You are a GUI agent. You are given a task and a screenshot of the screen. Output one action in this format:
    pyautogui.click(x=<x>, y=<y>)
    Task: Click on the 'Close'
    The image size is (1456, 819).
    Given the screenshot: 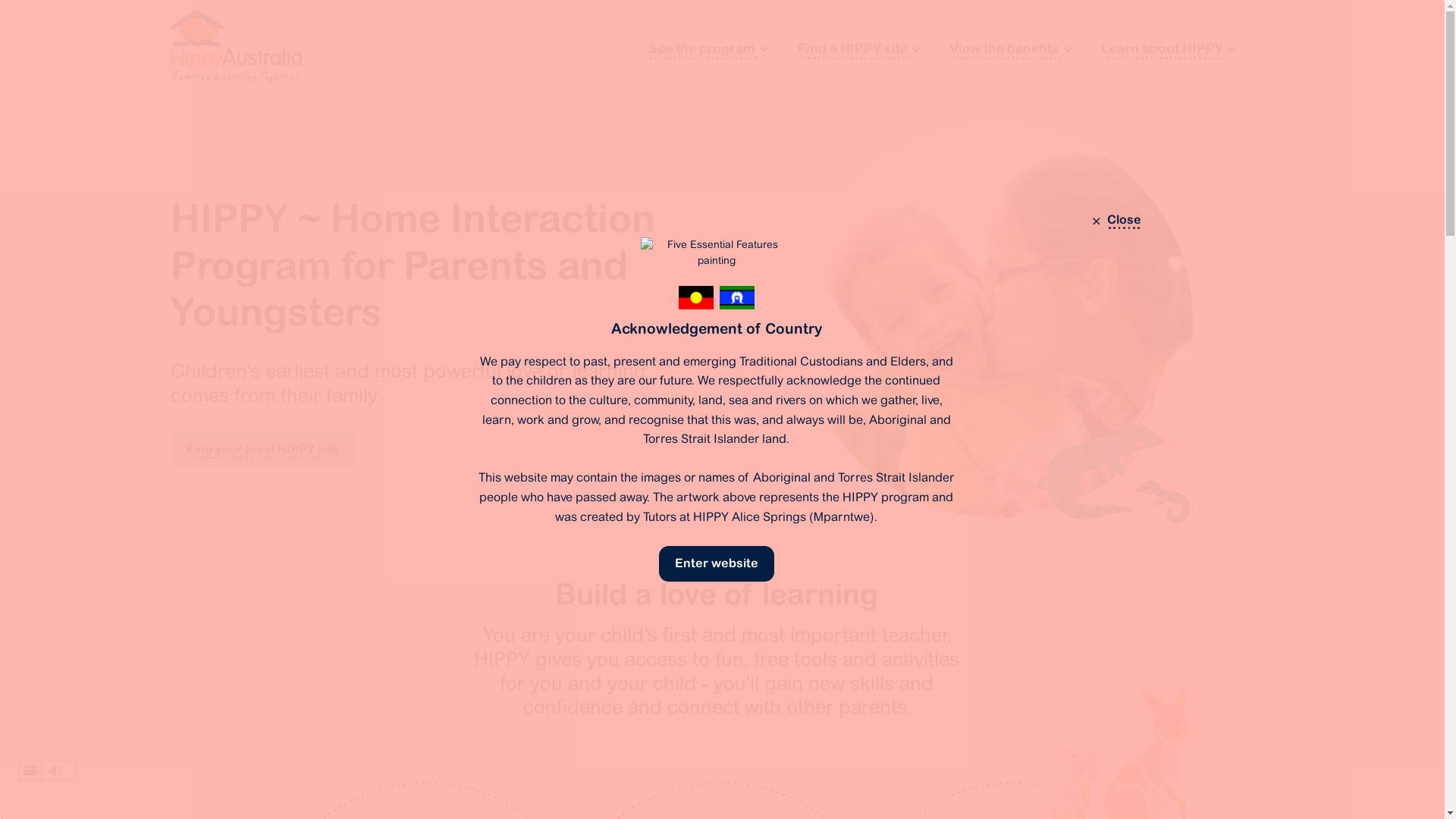 What is the action you would take?
    pyautogui.click(x=1115, y=219)
    